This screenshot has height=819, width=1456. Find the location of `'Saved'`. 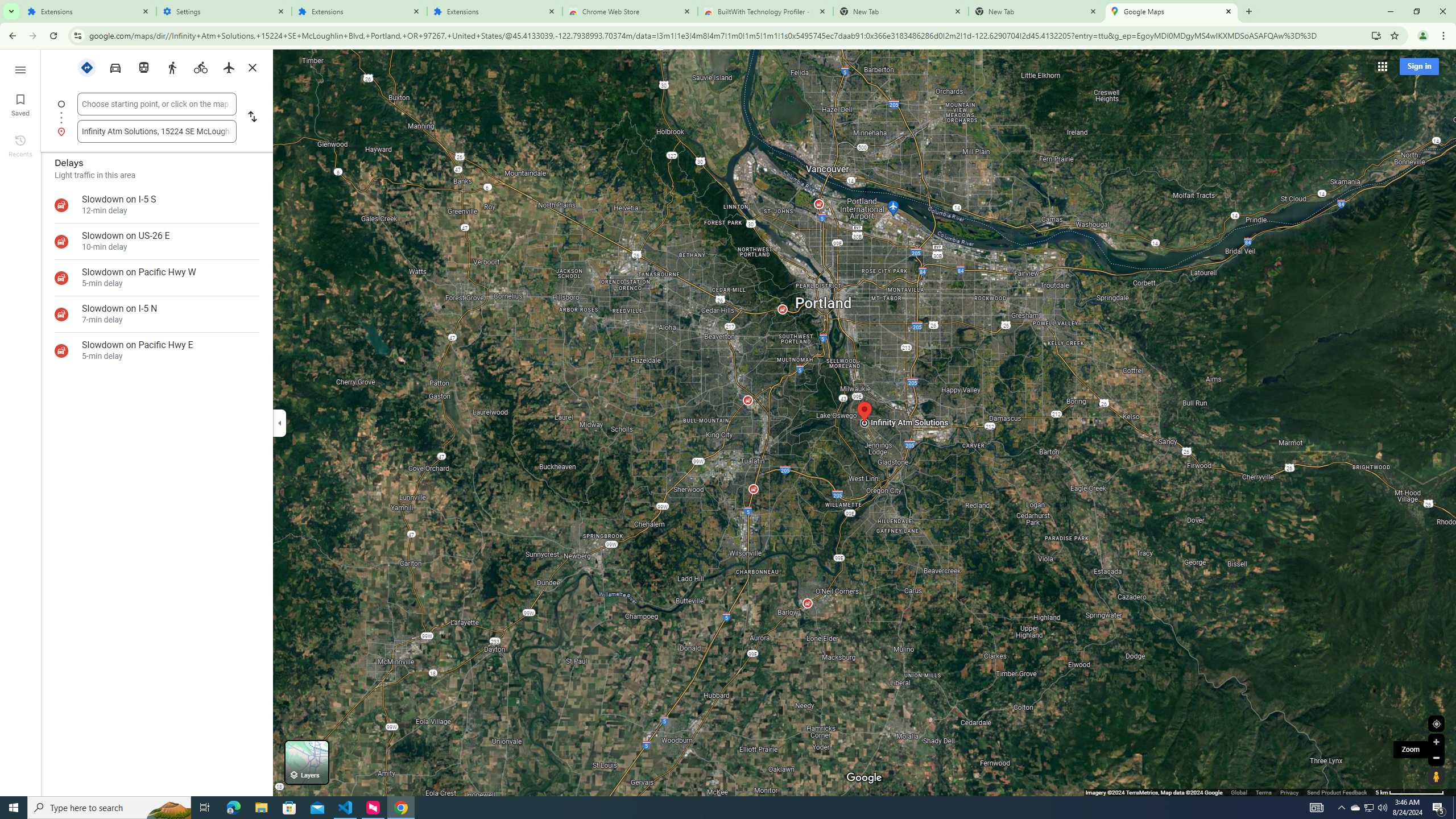

'Saved' is located at coordinates (19, 104).